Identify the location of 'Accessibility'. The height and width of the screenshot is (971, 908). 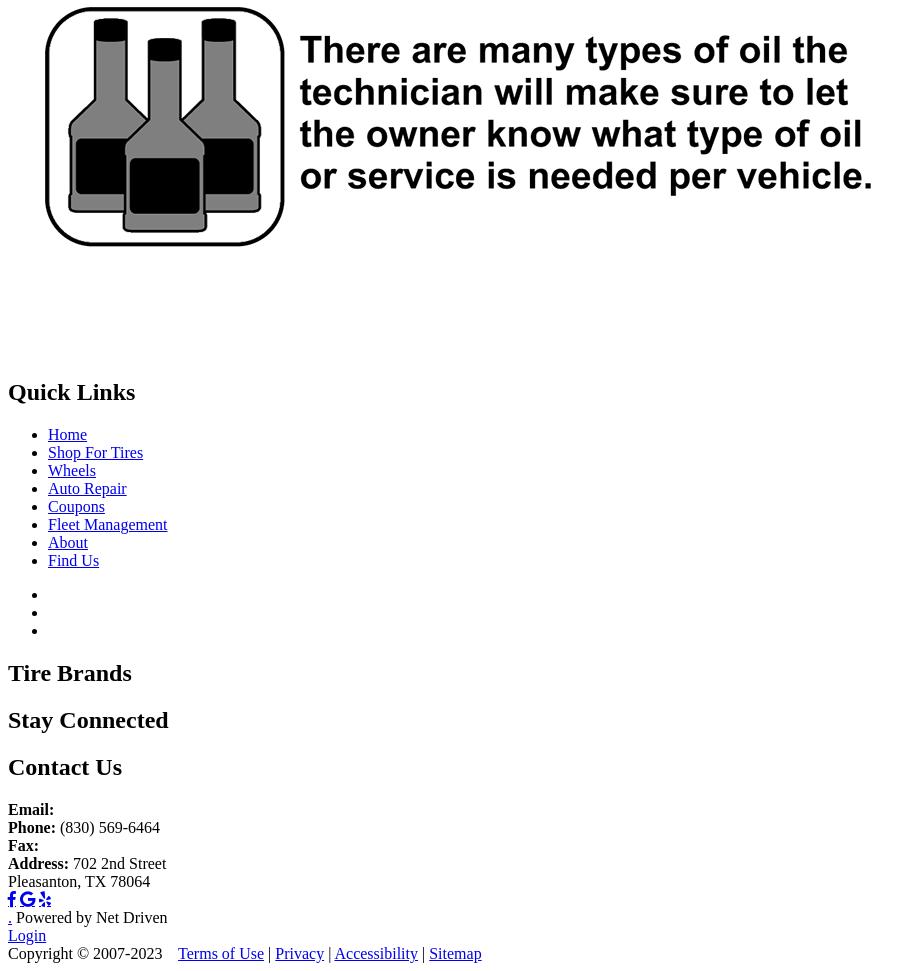
(332, 951).